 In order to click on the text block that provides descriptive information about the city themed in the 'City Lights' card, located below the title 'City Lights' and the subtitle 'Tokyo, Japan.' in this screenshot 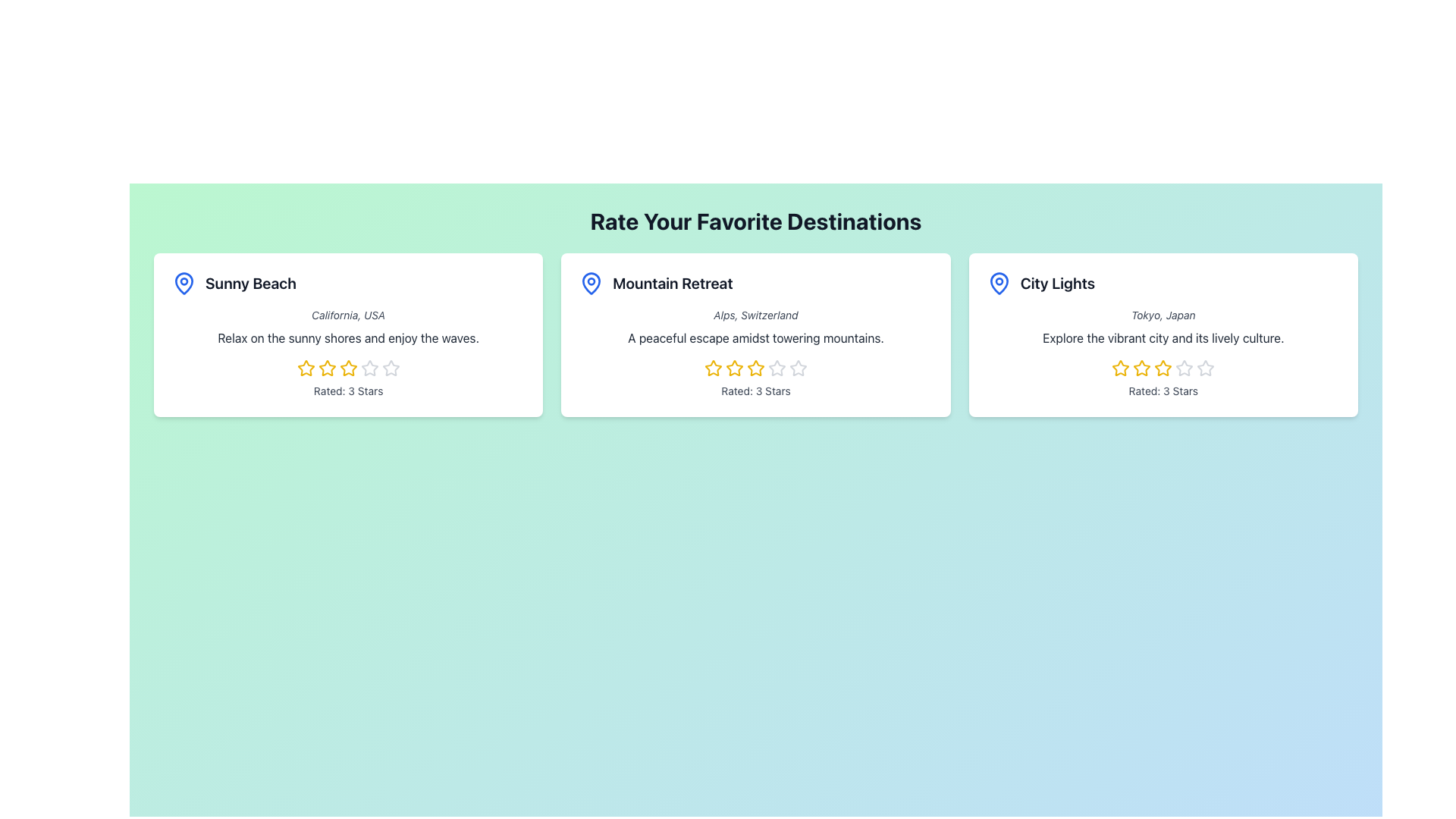, I will do `click(1163, 337)`.